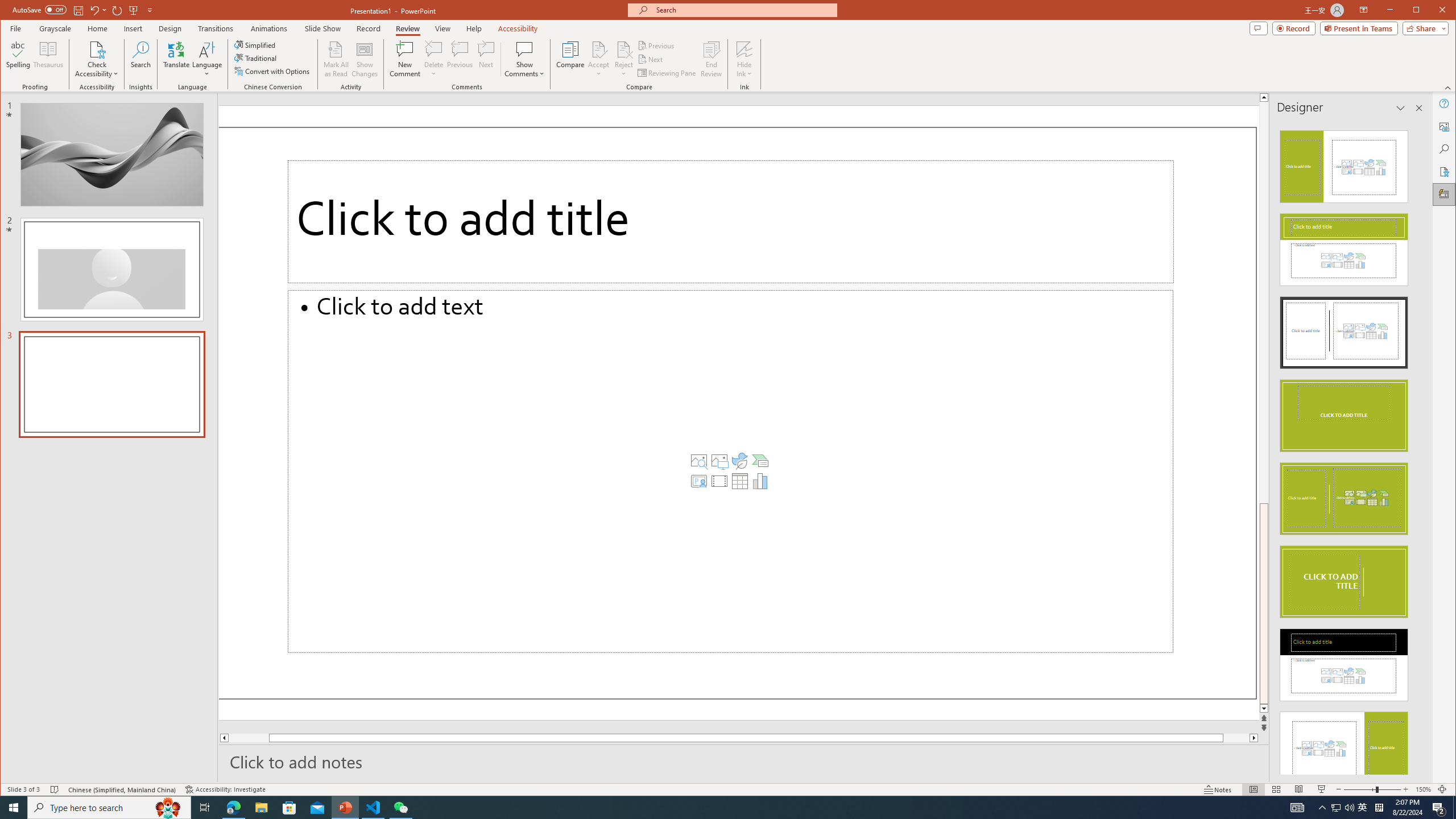 The width and height of the screenshot is (1456, 819). I want to click on 'Insert Video', so click(718, 481).